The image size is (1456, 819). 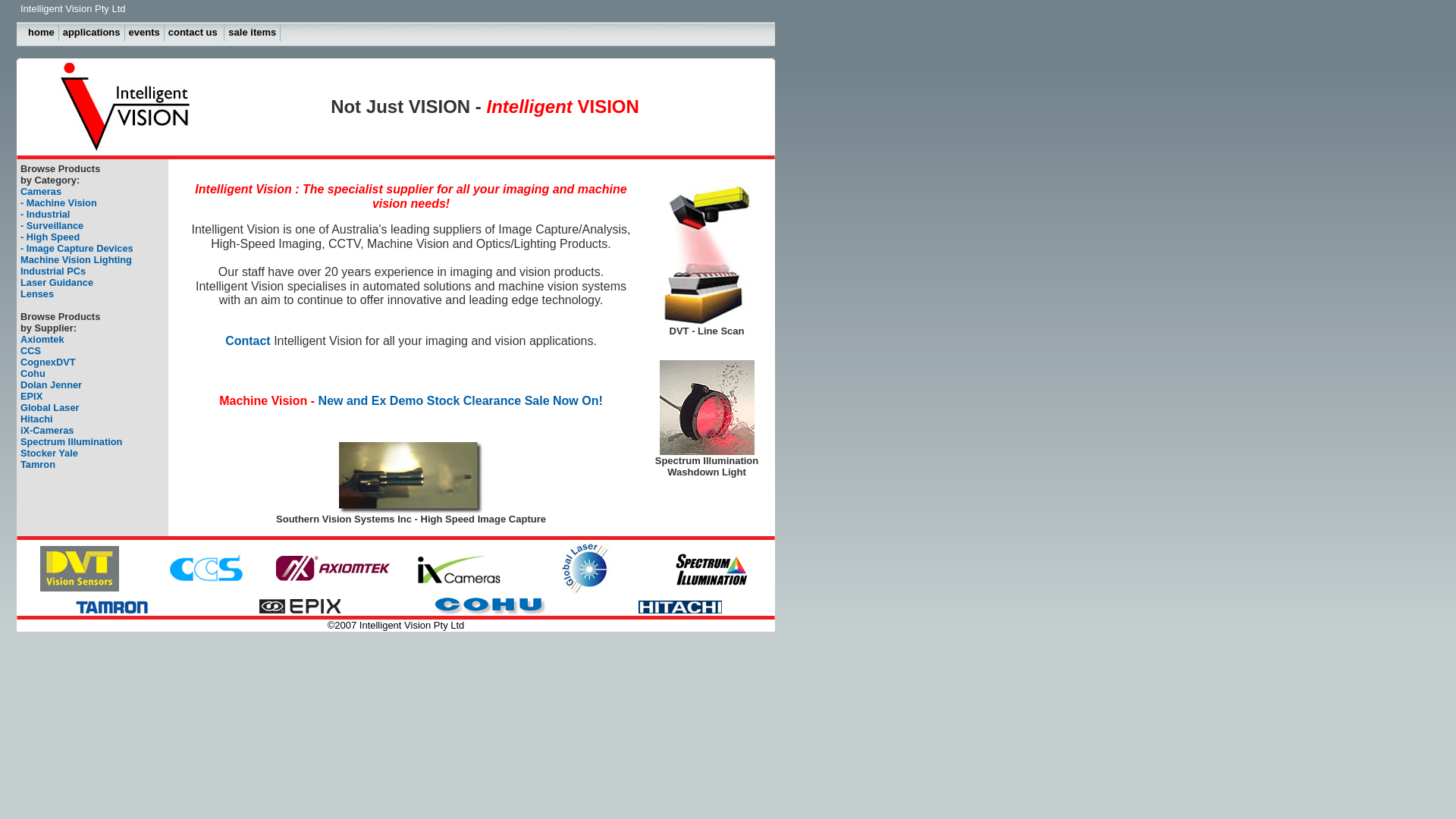 I want to click on 'iX-Cameras', so click(x=47, y=430).